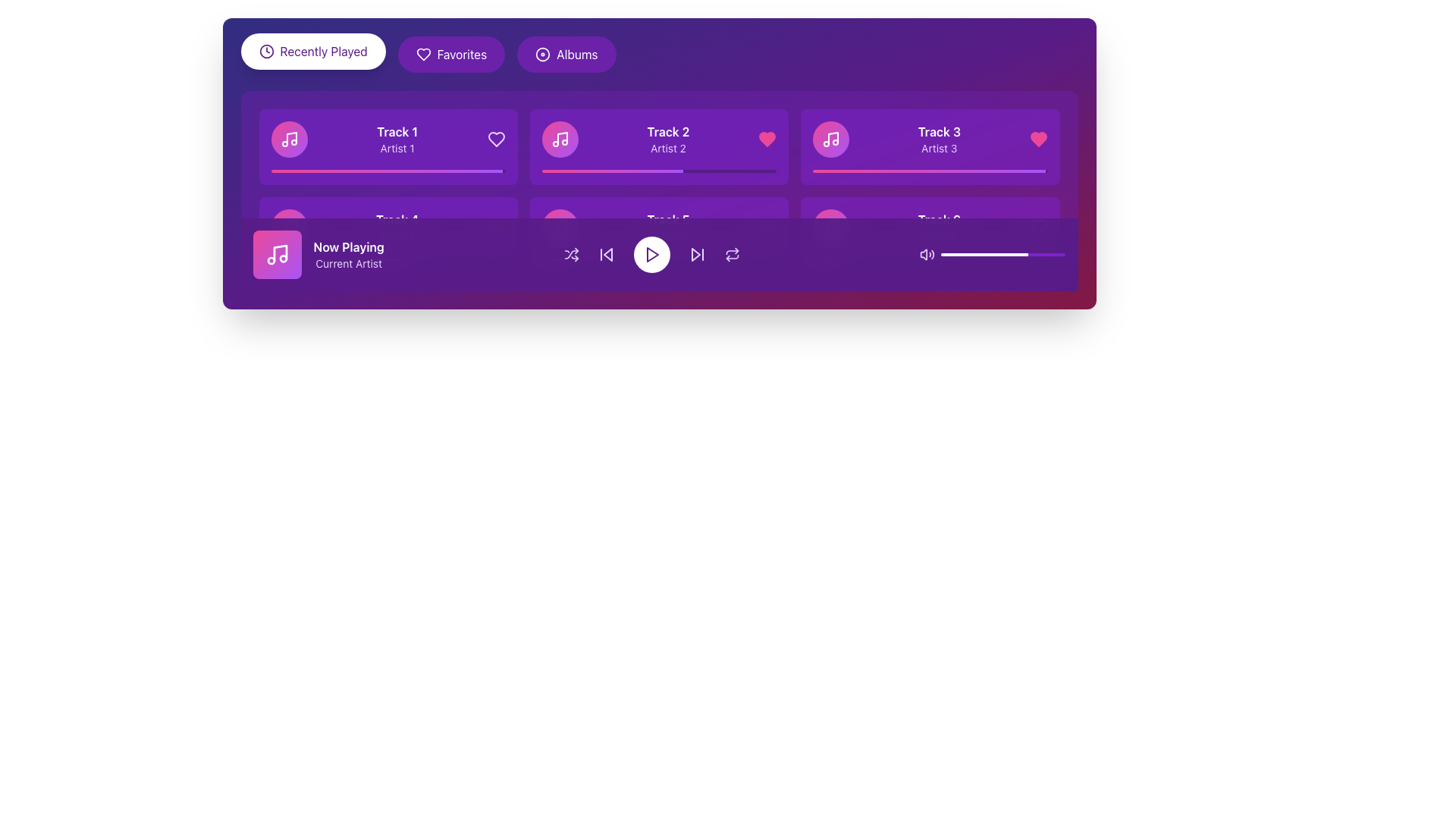  I want to click on the SVG circle graphic that represents the 'Albums' category in the navigation bar, so click(543, 54).